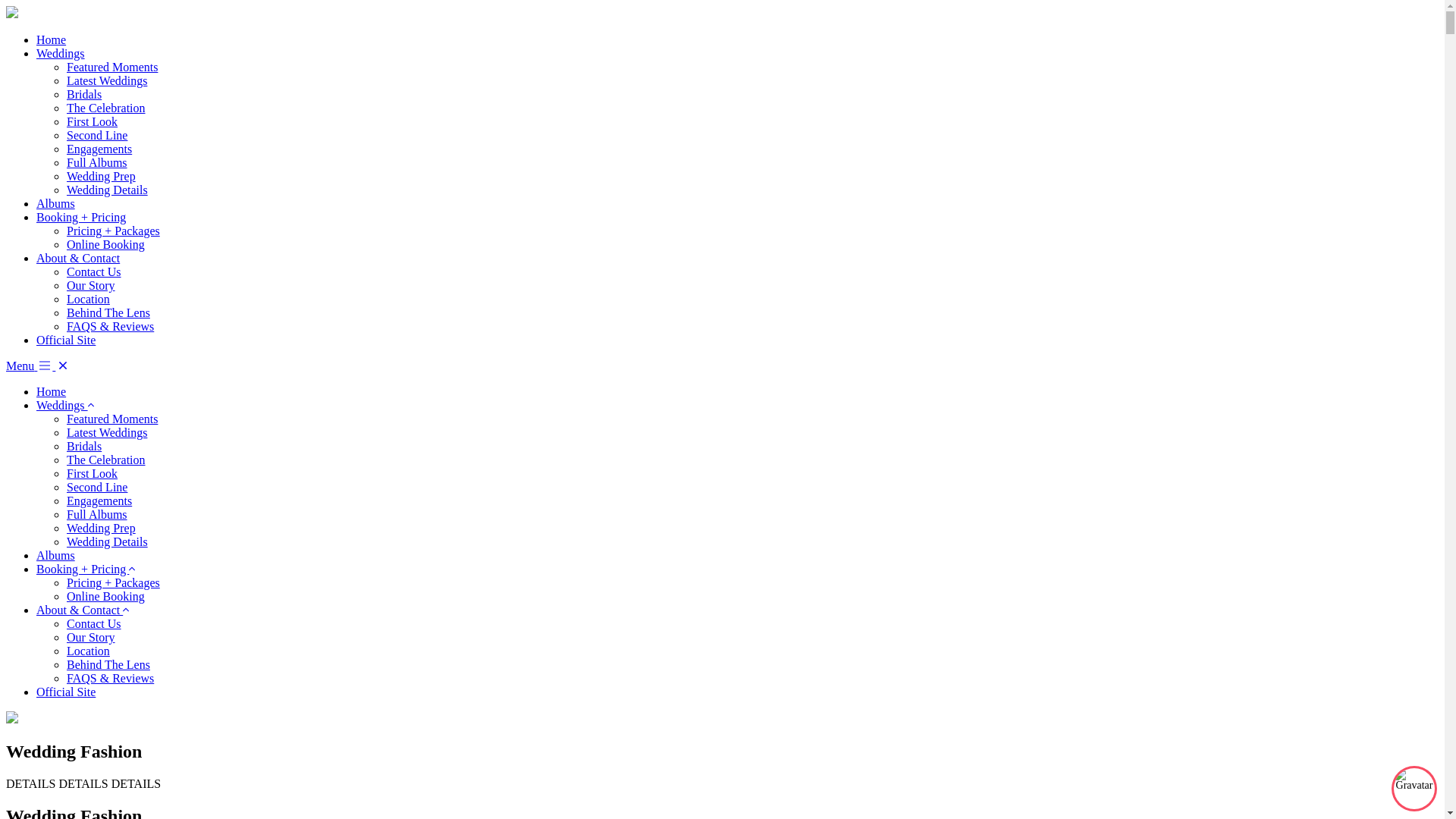 The image size is (1456, 819). I want to click on 'Full Albums', so click(96, 162).